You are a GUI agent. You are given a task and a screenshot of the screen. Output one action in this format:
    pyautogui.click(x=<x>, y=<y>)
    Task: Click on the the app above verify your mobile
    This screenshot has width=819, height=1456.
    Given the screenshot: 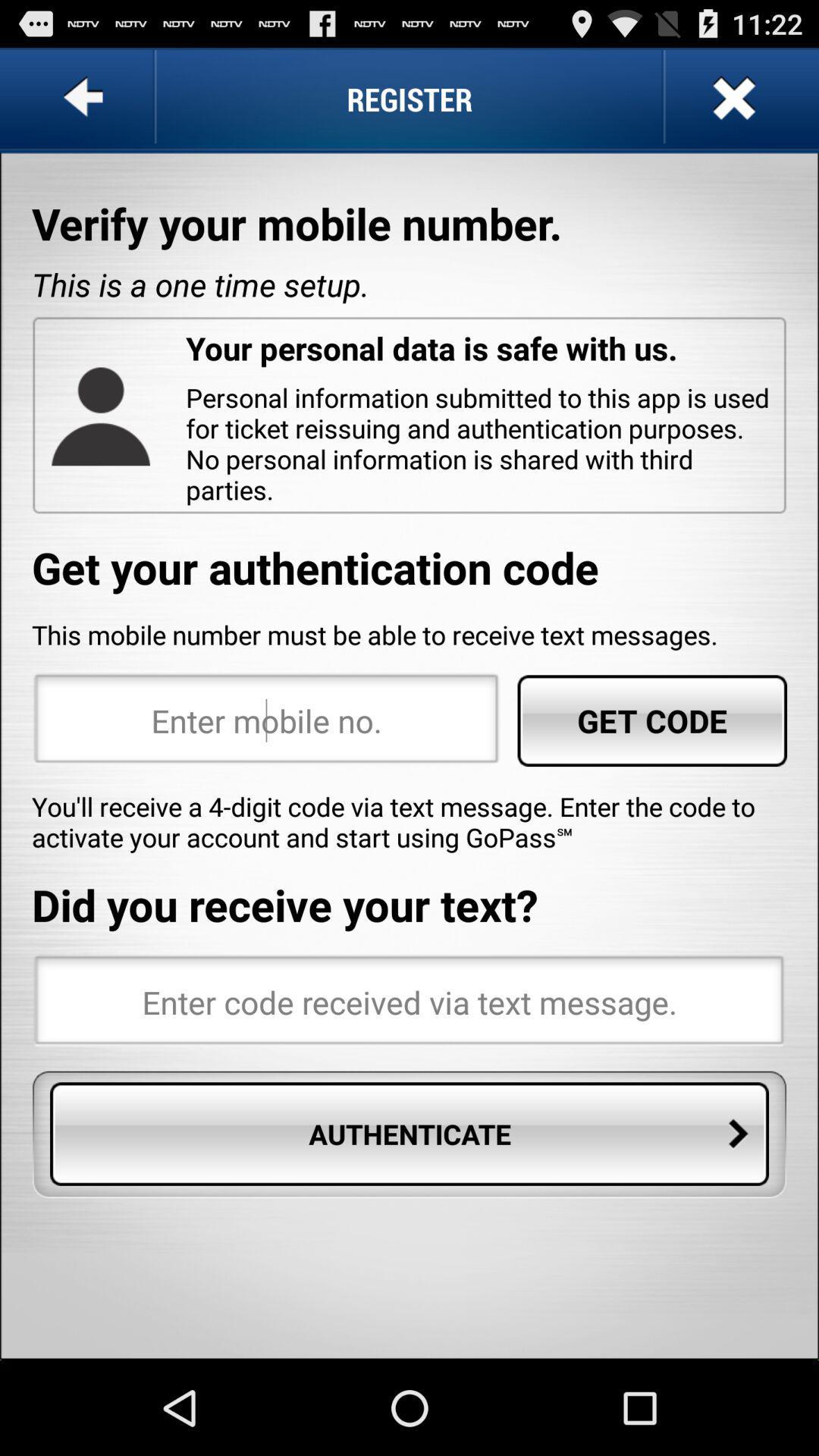 What is the action you would take?
    pyautogui.click(x=731, y=98)
    